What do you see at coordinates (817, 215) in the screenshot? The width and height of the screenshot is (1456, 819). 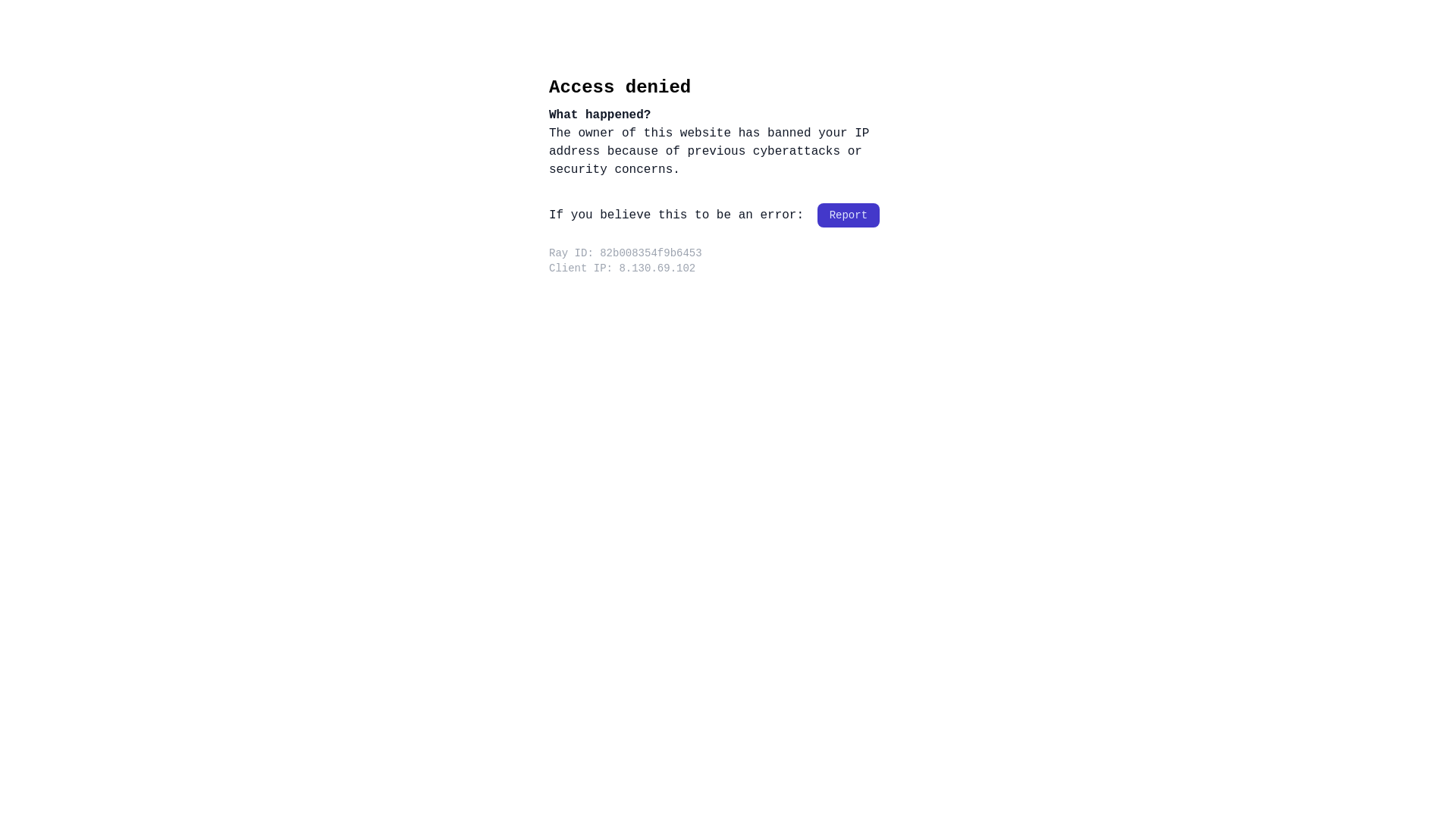 I see `'Report'` at bounding box center [817, 215].